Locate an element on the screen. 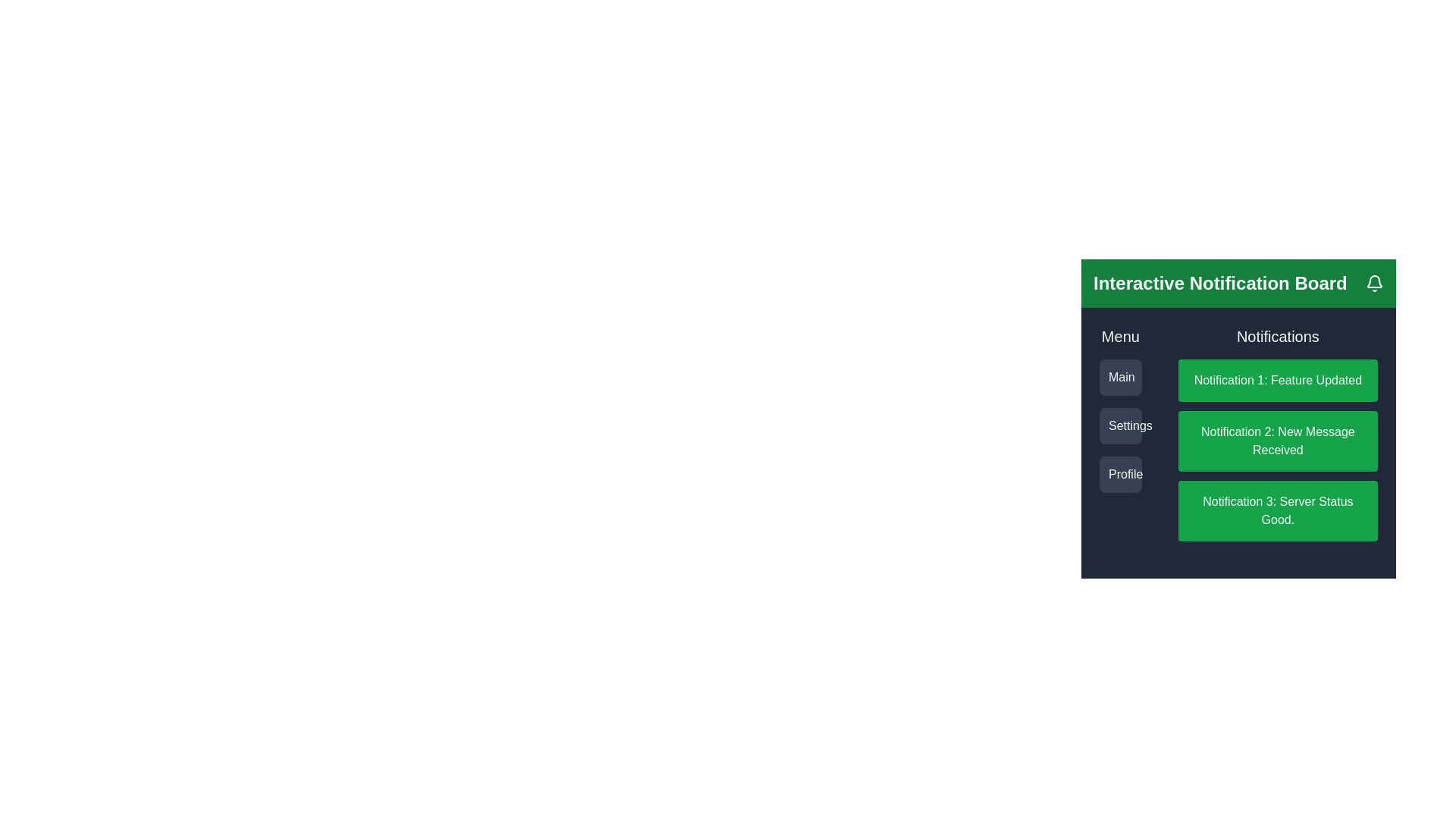 This screenshot has height=819, width=1456. the second button in the vertical menu labeled 'Menu' is located at coordinates (1120, 426).